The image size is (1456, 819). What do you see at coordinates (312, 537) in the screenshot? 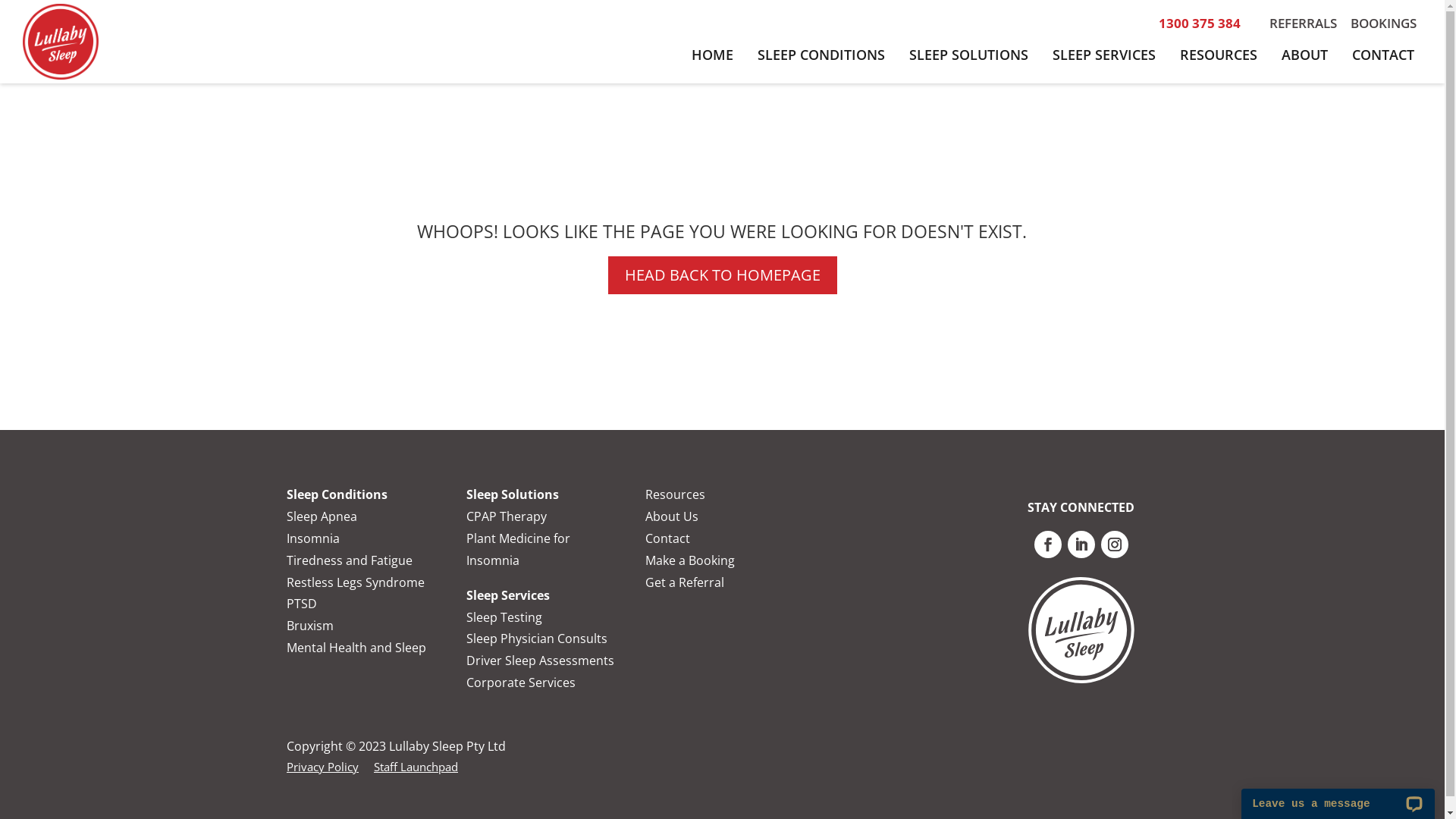
I see `'Insomnia'` at bounding box center [312, 537].